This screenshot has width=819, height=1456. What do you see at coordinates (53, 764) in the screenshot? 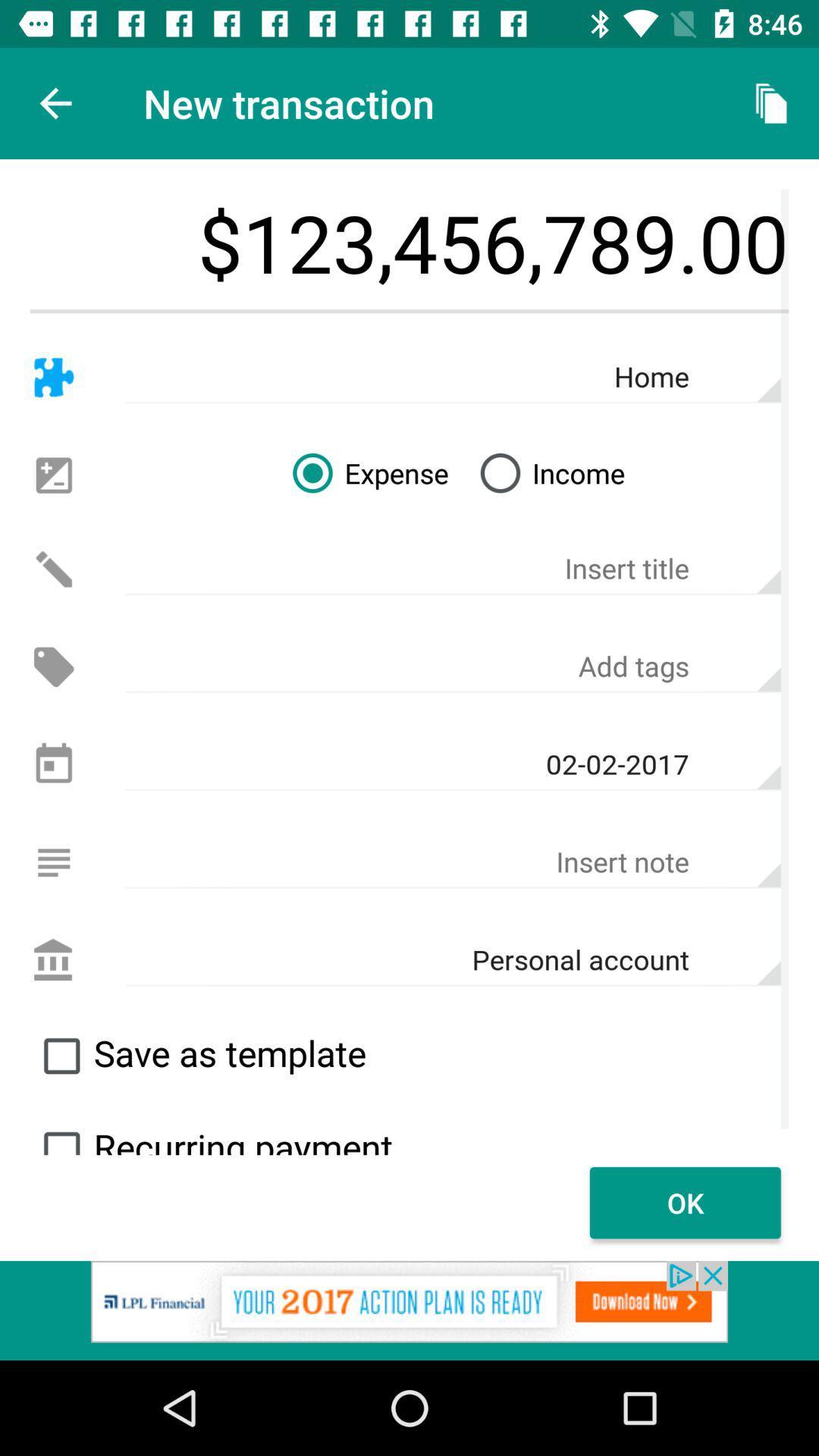
I see `date setting` at bounding box center [53, 764].